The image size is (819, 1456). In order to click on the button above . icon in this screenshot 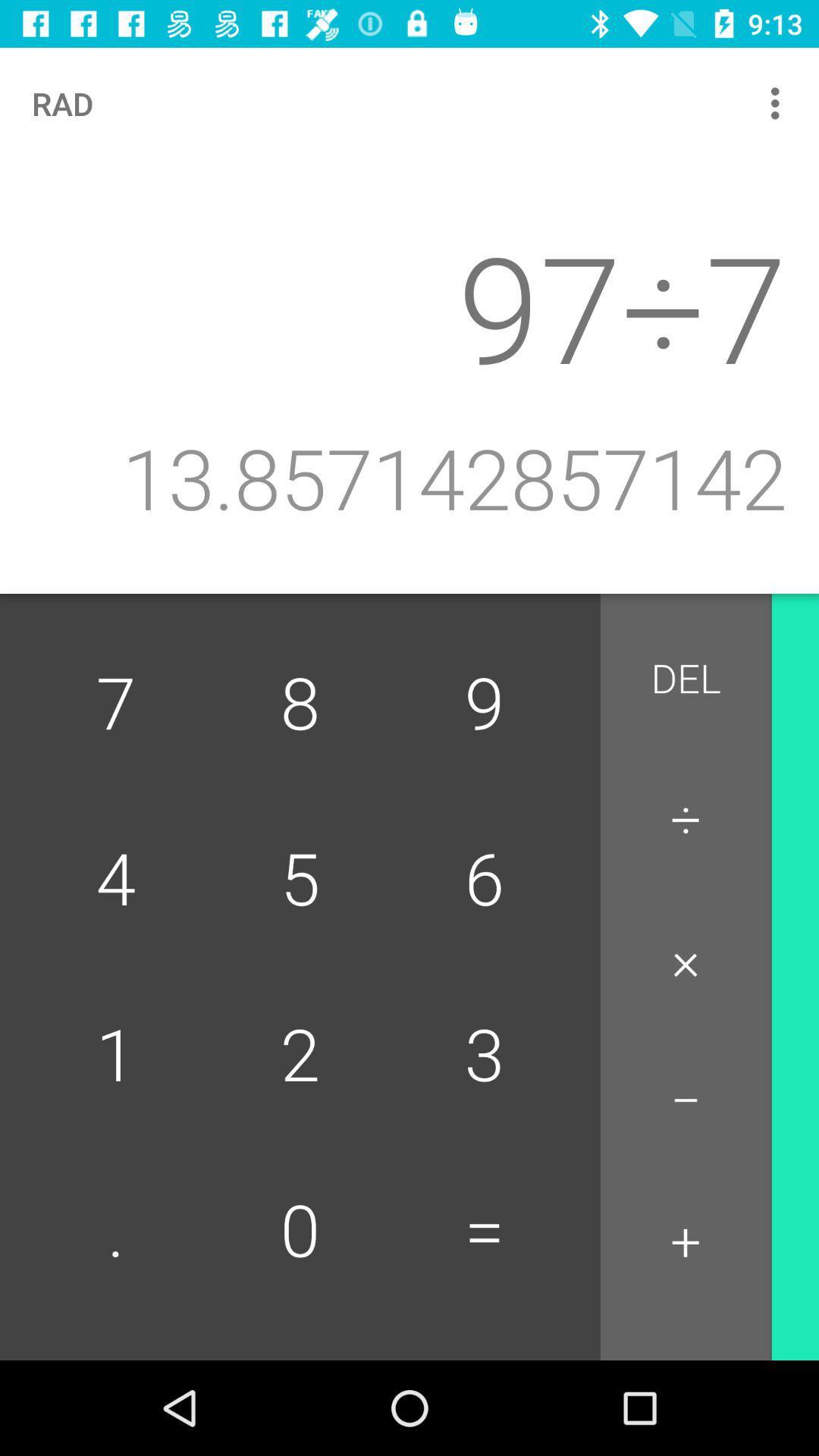, I will do `click(300, 1056)`.